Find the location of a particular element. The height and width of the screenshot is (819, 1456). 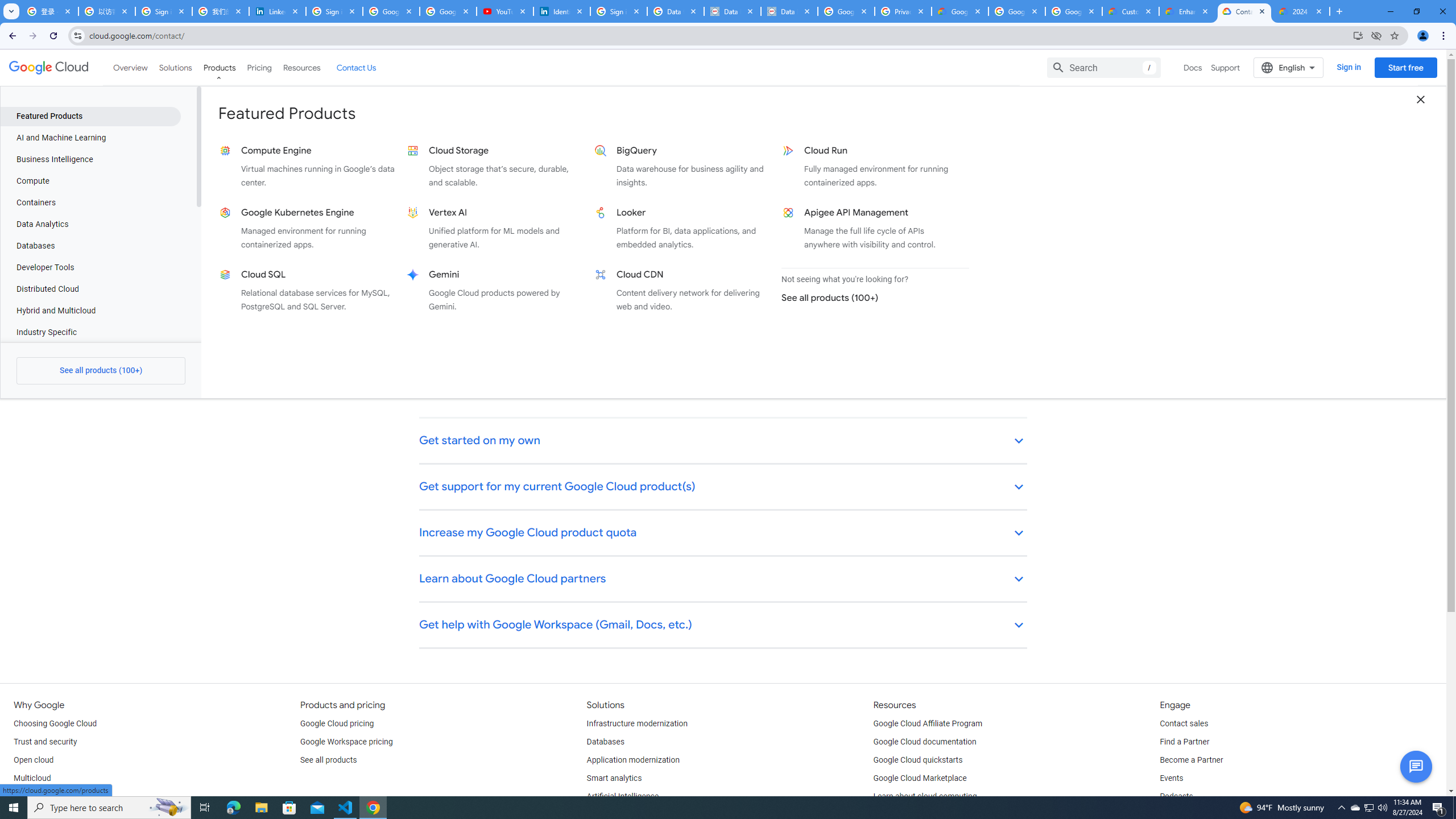

'Compute' is located at coordinates (90, 180).